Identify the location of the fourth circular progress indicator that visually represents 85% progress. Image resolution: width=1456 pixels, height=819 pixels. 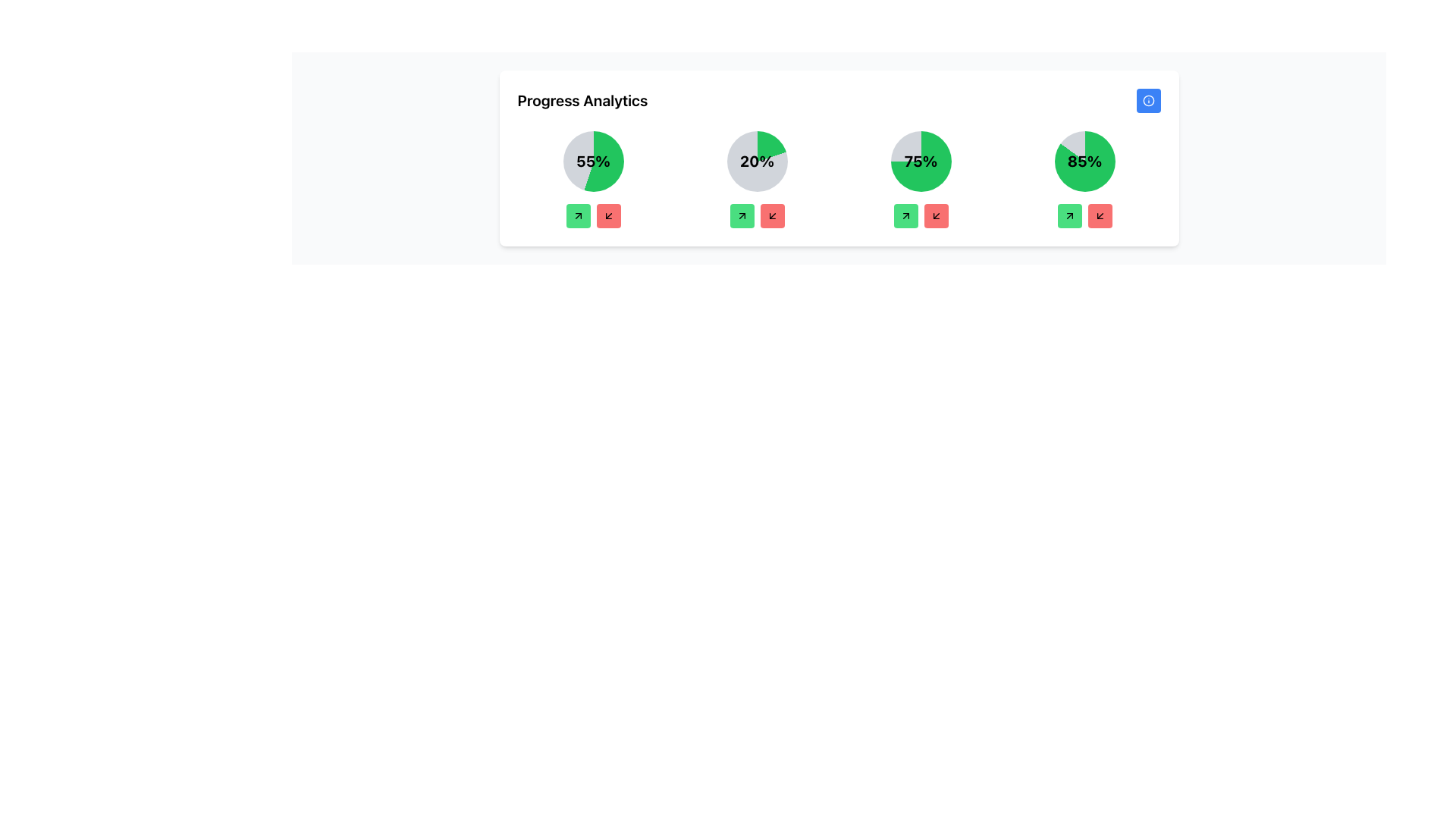
(1084, 161).